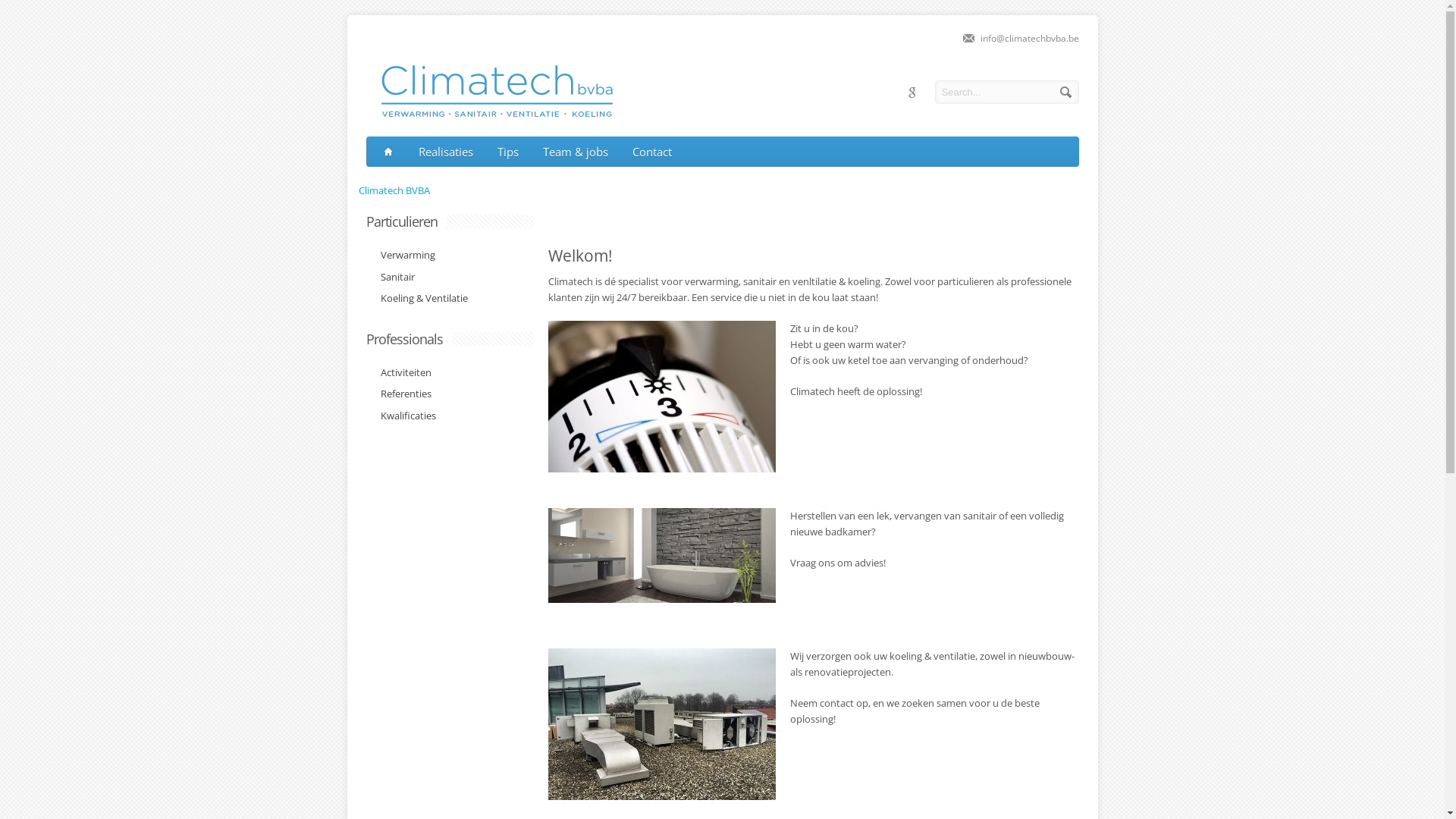  Describe the element at coordinates (393, 278) in the screenshot. I see `'Sanitair'` at that location.